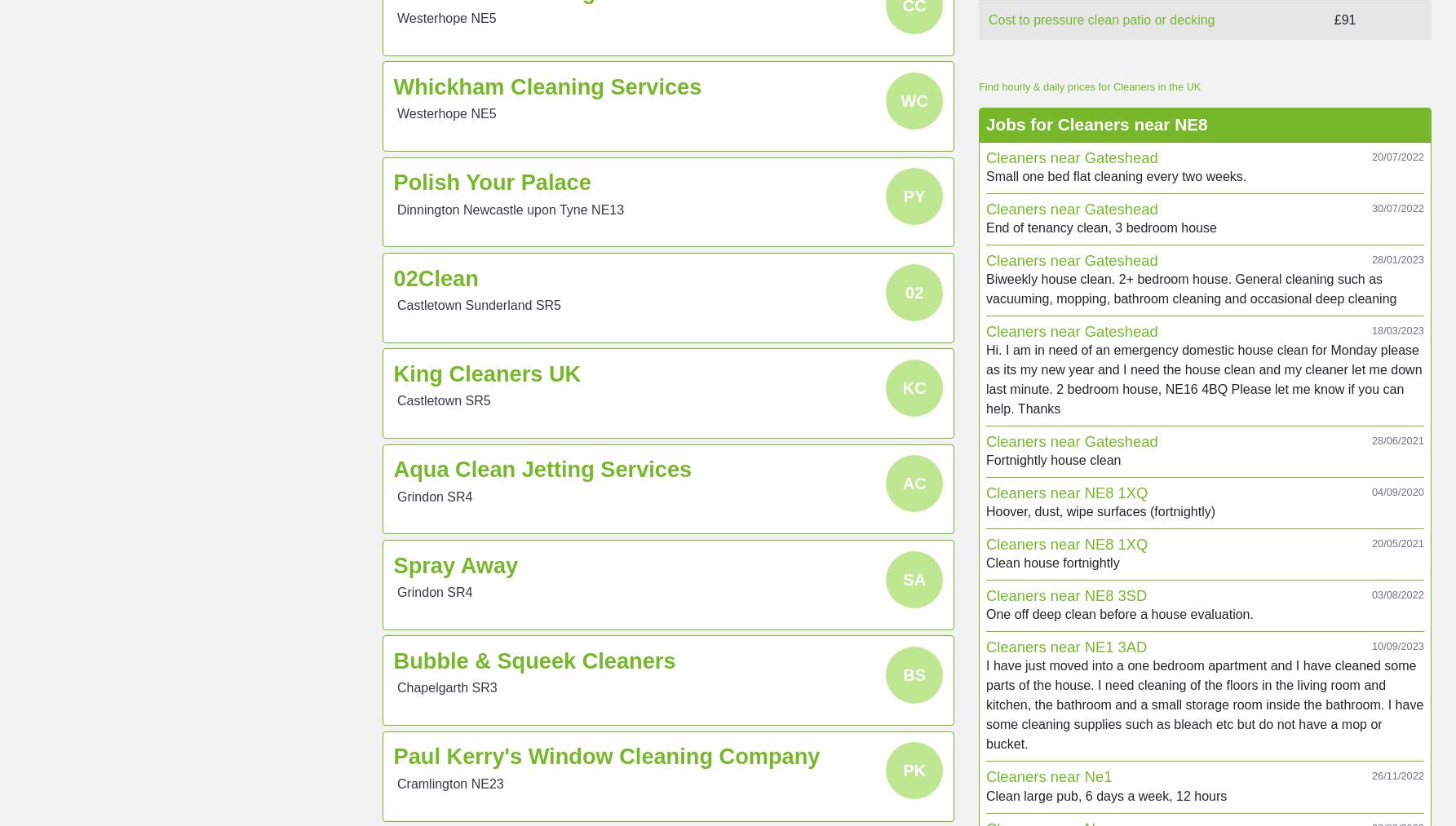 The image size is (1456, 826). What do you see at coordinates (1203, 378) in the screenshot?
I see `'Hi. I am in need of an emergency domestic house clean for Monday please as its my new year and I need the house clean and my cleaner let me down last minute. 2 bedroom house, NE16 4BQ Please let me know if you can help. Thanks'` at bounding box center [1203, 378].